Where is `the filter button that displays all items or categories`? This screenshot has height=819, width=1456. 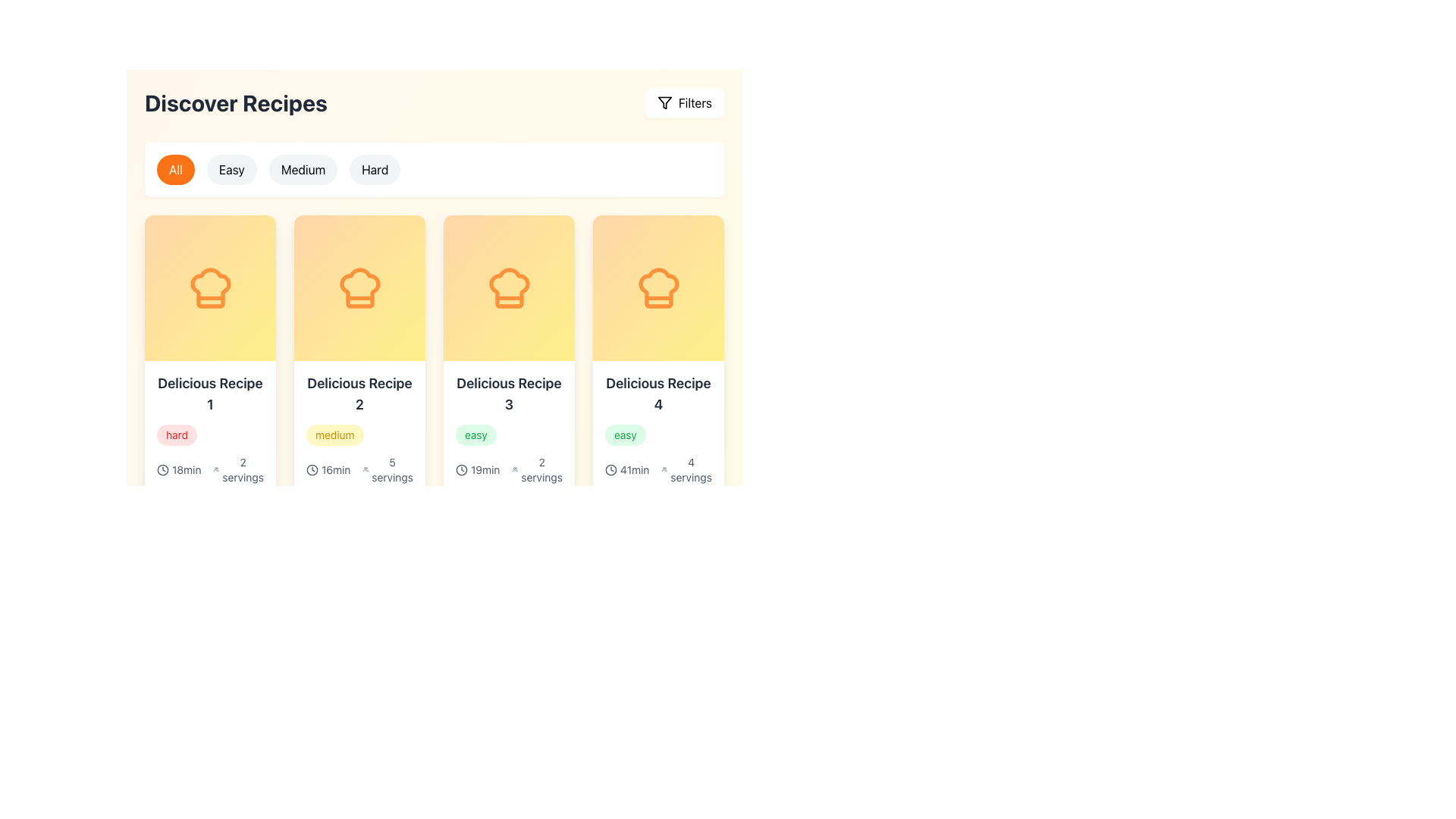 the filter button that displays all items or categories is located at coordinates (175, 169).